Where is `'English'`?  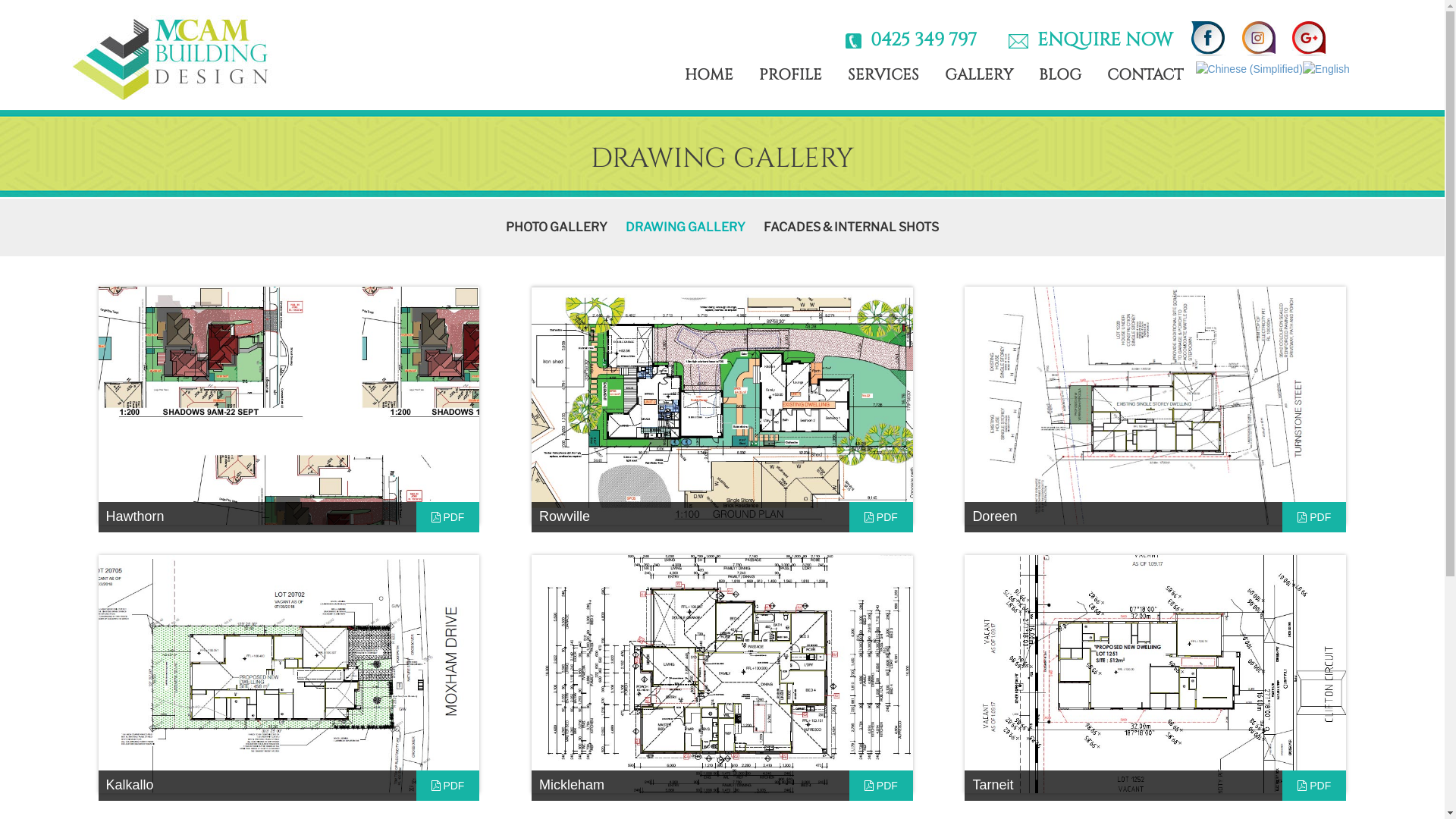
'English' is located at coordinates (1302, 67).